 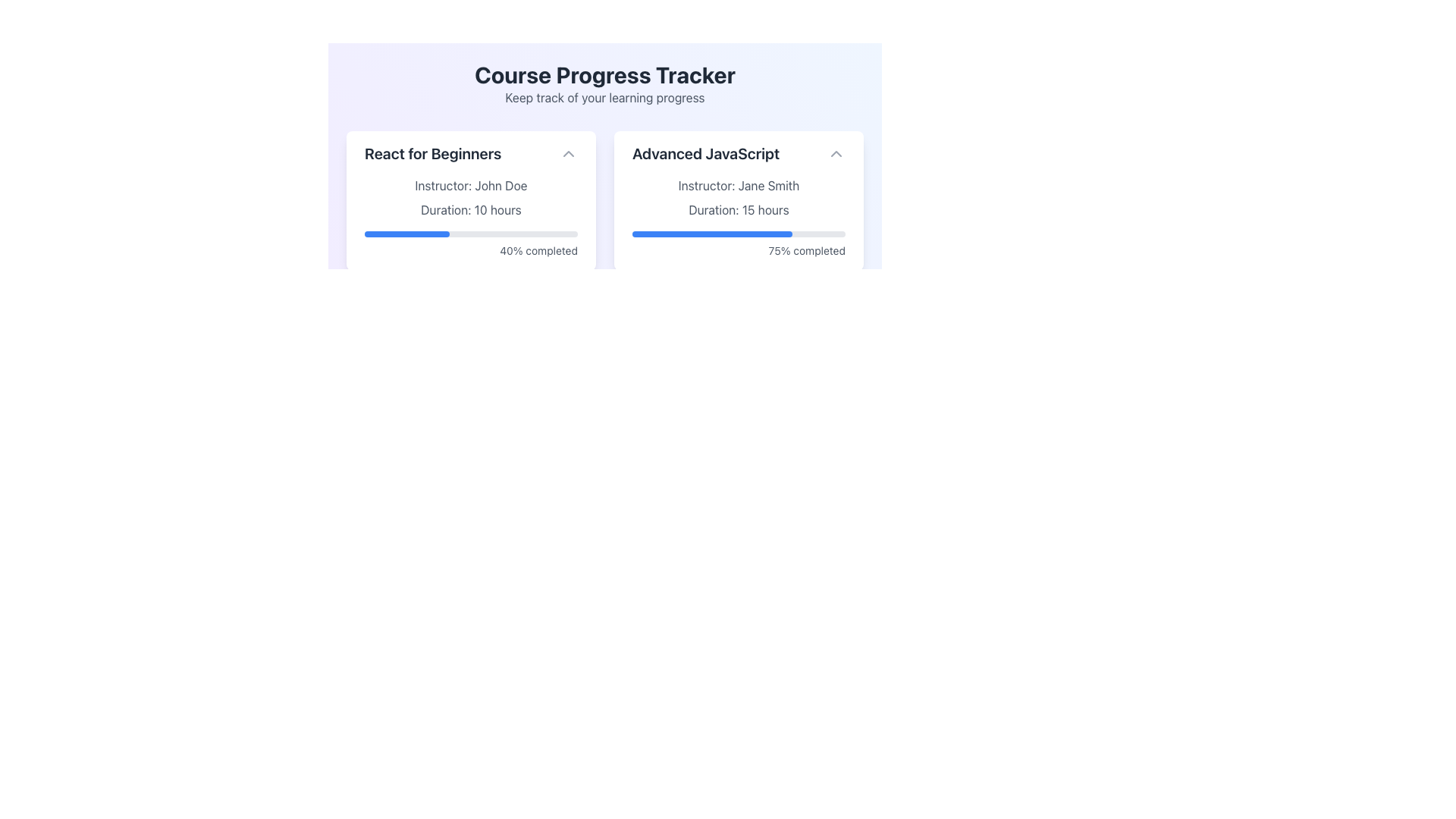 I want to click on text displayed in the Text Display element that shows the duration of the course, located below 'Instructor: John Doe' and above the progress bar, so click(x=470, y=210).